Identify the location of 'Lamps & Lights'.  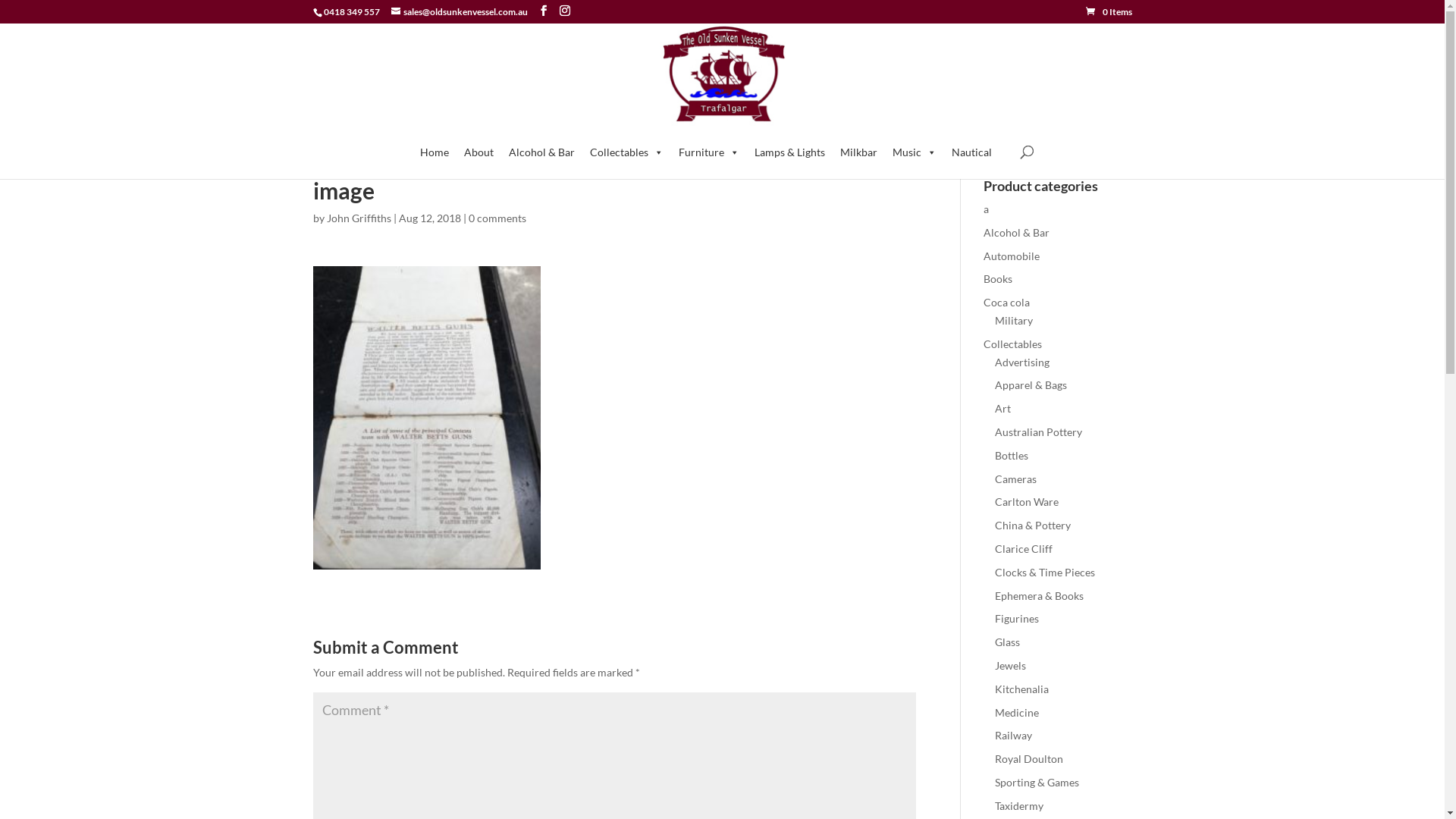
(789, 152).